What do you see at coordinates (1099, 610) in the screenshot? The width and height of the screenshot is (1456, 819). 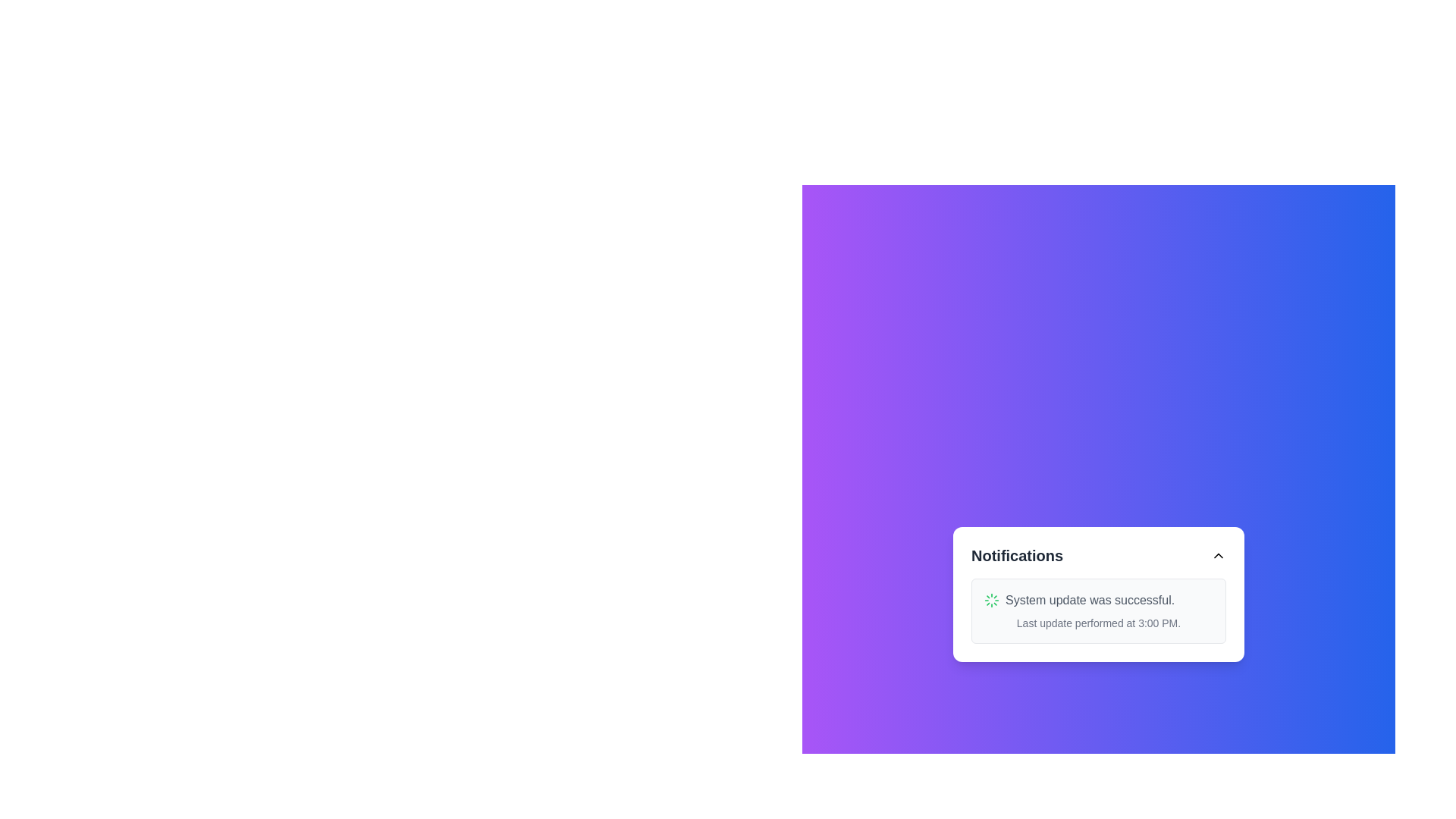 I see `the update information displayed in the Notification card that informs the user about the success of a system update and the exact time it was performed` at bounding box center [1099, 610].